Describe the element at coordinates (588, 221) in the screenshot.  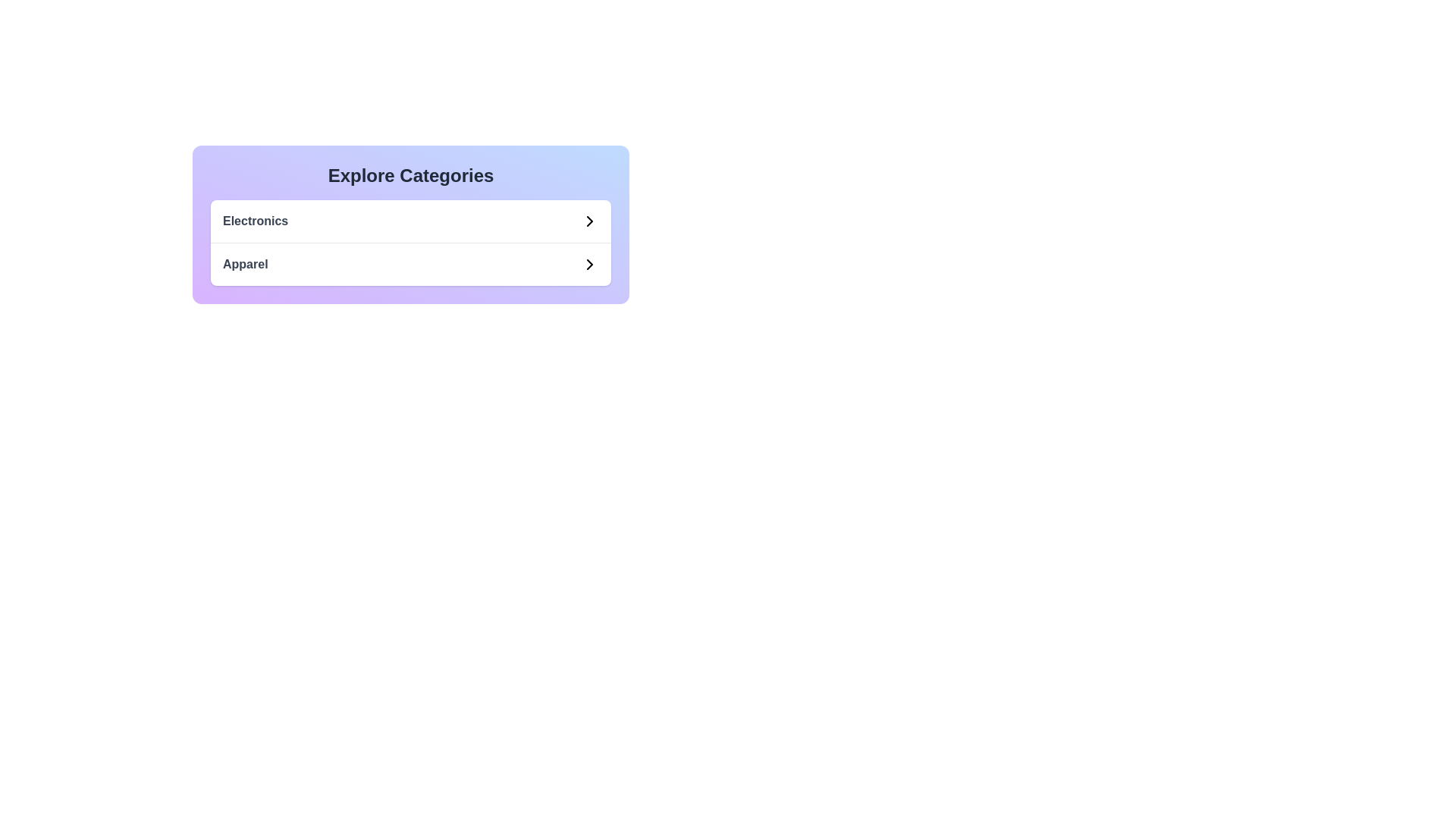
I see `the rightward chevron icon located at the far right of the 'Electronics' category row in the 'Explore Categories' section` at that location.